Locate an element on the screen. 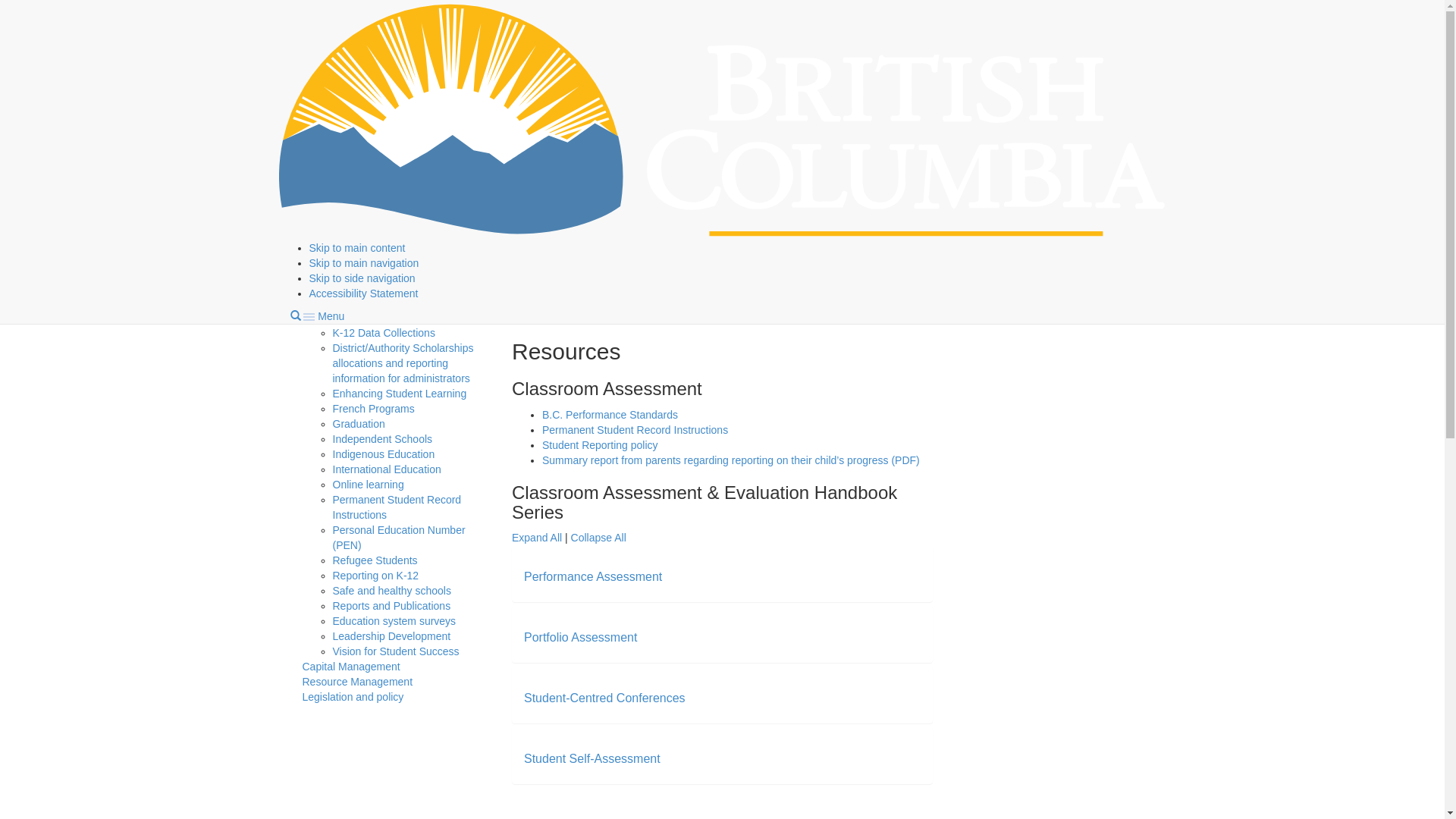 The height and width of the screenshot is (819, 1456). 'Safe and healthy schools' is located at coordinates (391, 590).